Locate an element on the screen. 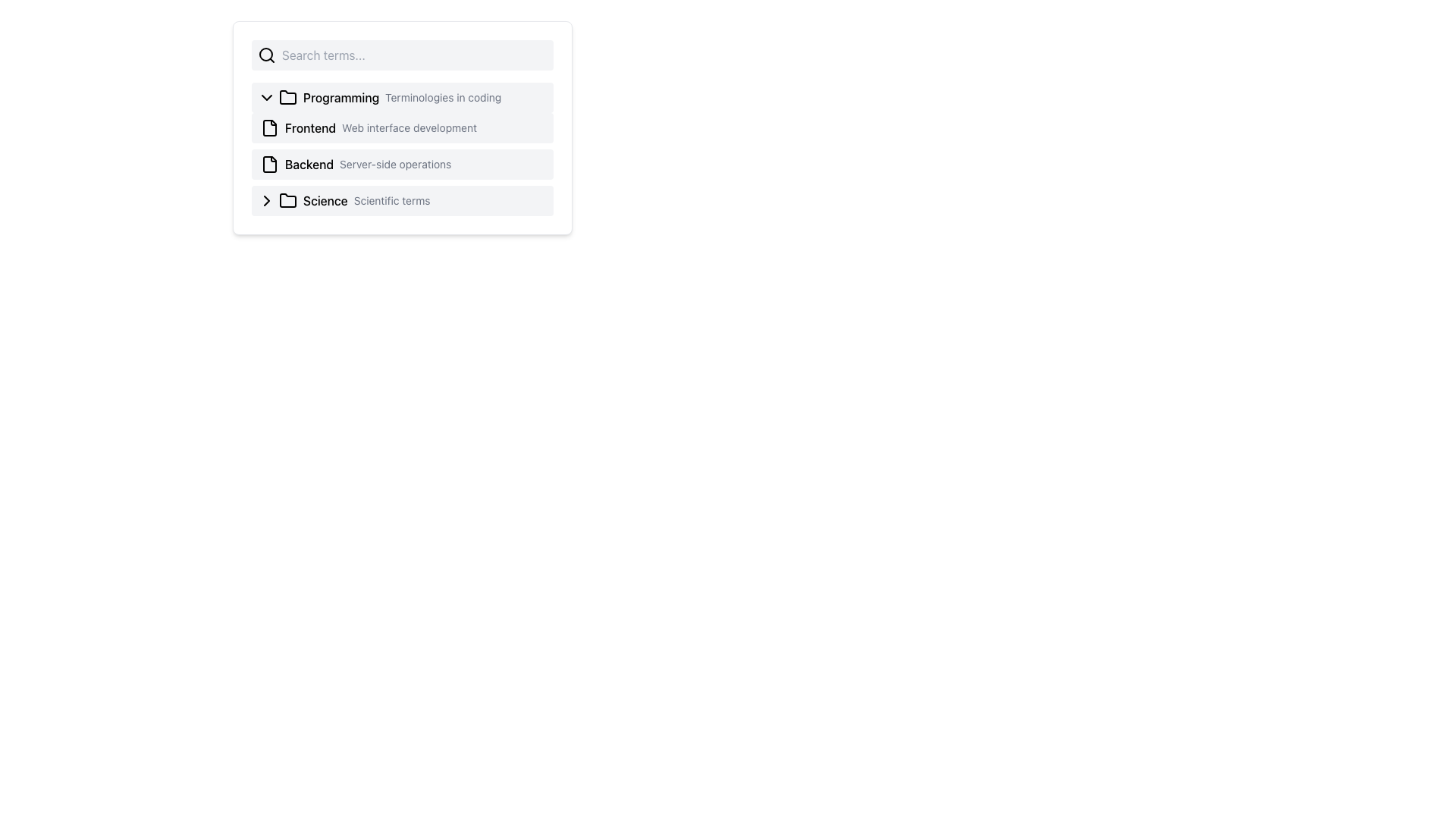 This screenshot has height=819, width=1456. the file-like outline icon located to the left of the text 'Backend Server-side operations' in the list item is located at coordinates (269, 164).